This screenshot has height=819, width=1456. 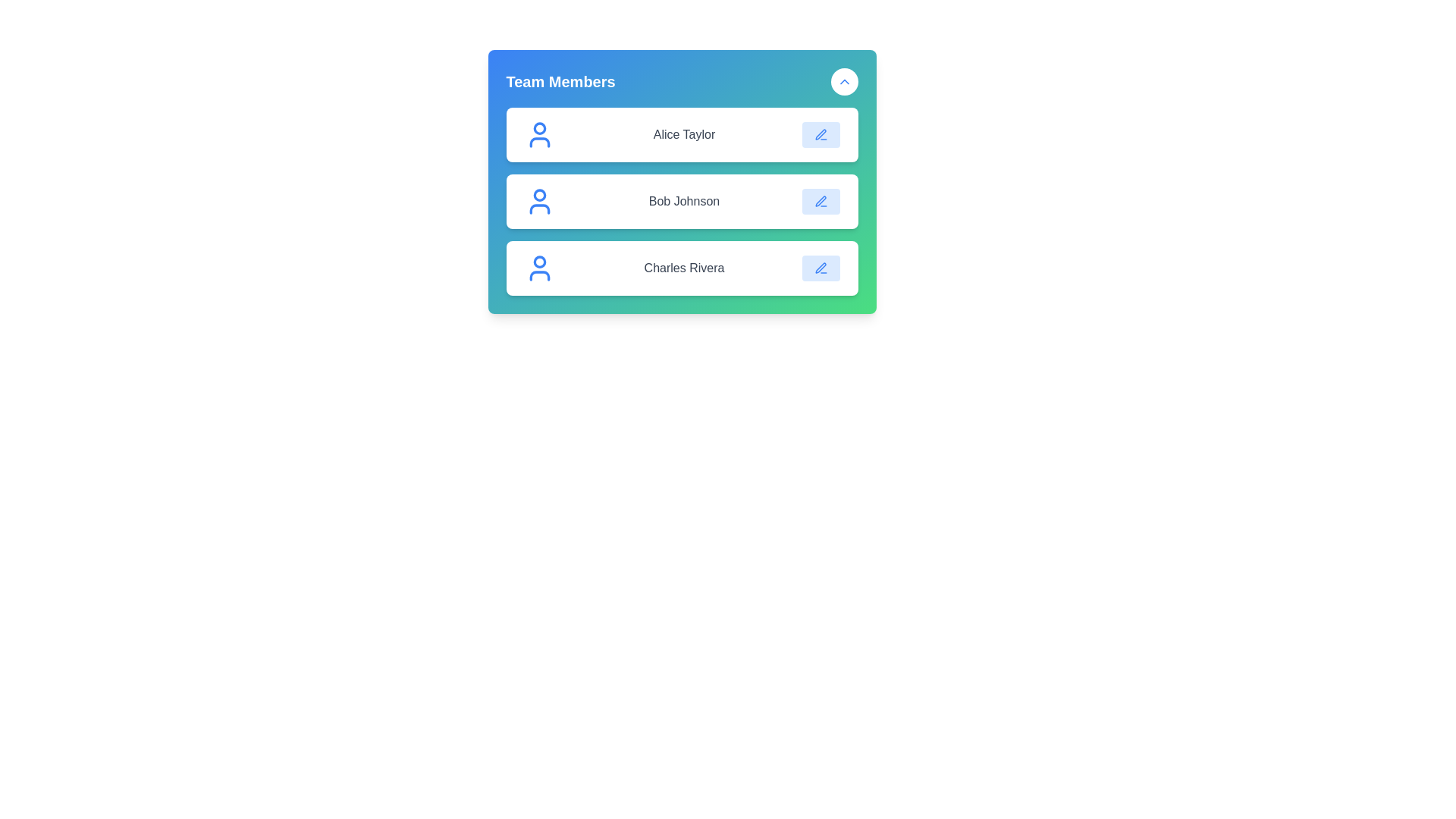 I want to click on the user icon next to the contact named Alice Taylor, so click(x=539, y=133).